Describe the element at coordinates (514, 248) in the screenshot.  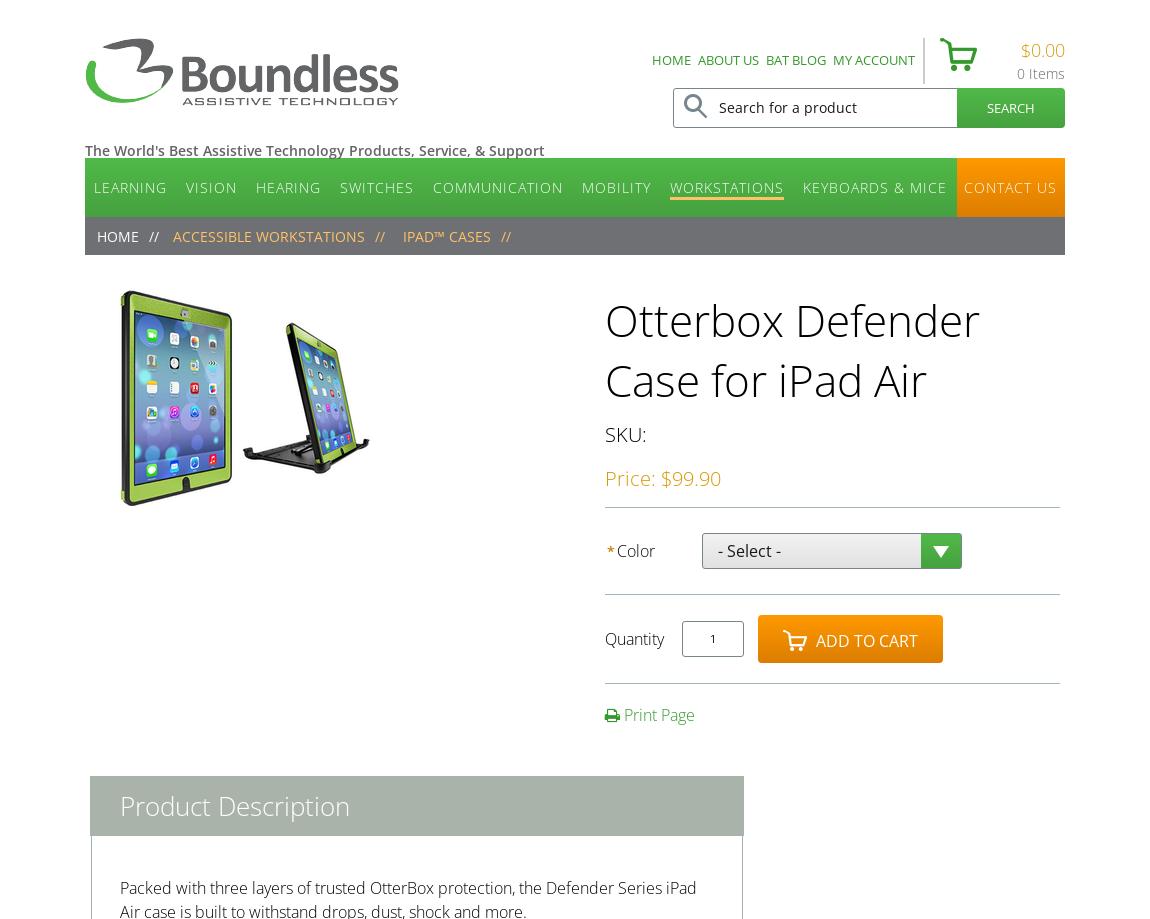
I see `'Basic Communicators'` at that location.